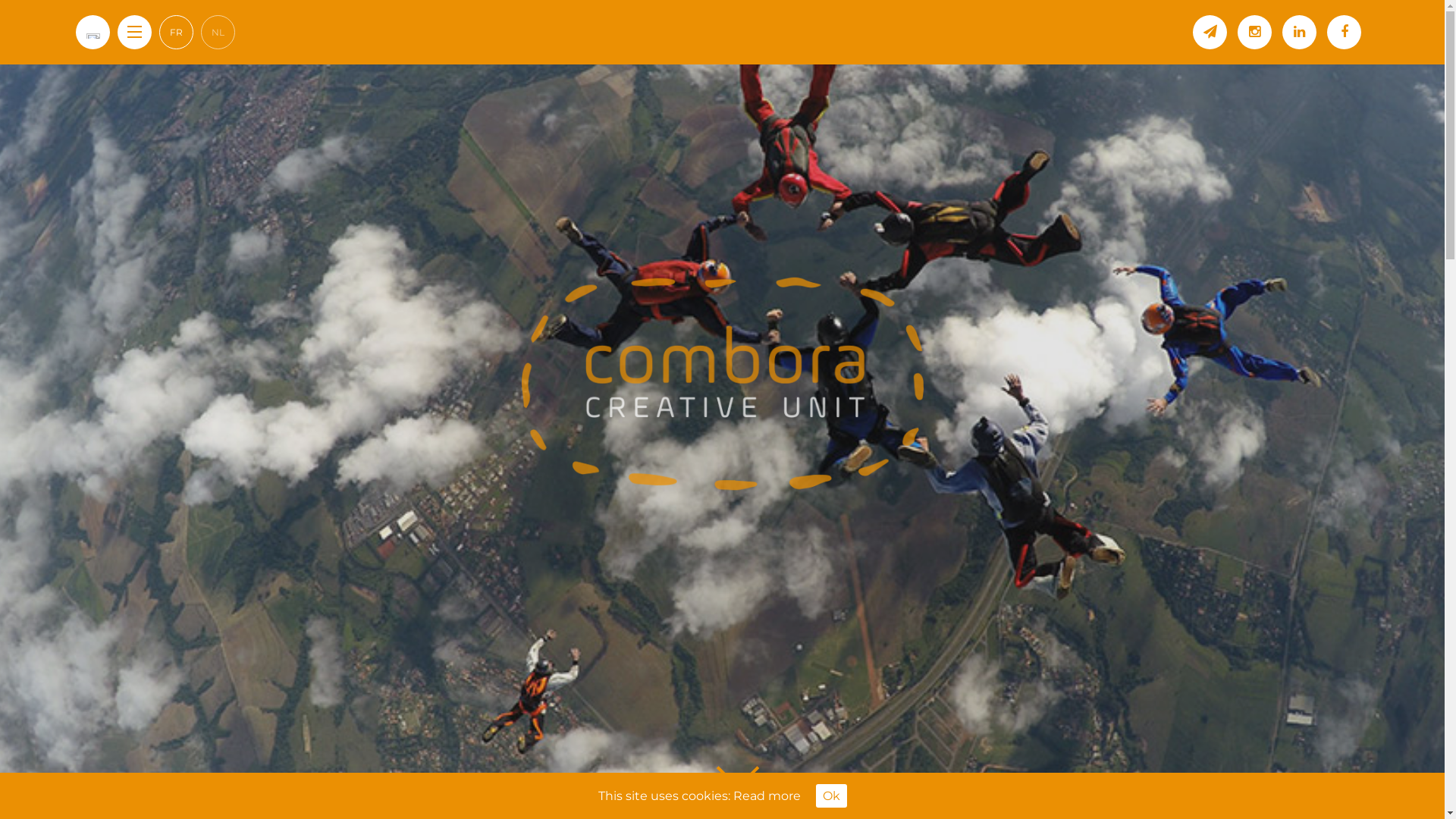 This screenshot has width=1456, height=819. What do you see at coordinates (176, 32) in the screenshot?
I see `'FR'` at bounding box center [176, 32].